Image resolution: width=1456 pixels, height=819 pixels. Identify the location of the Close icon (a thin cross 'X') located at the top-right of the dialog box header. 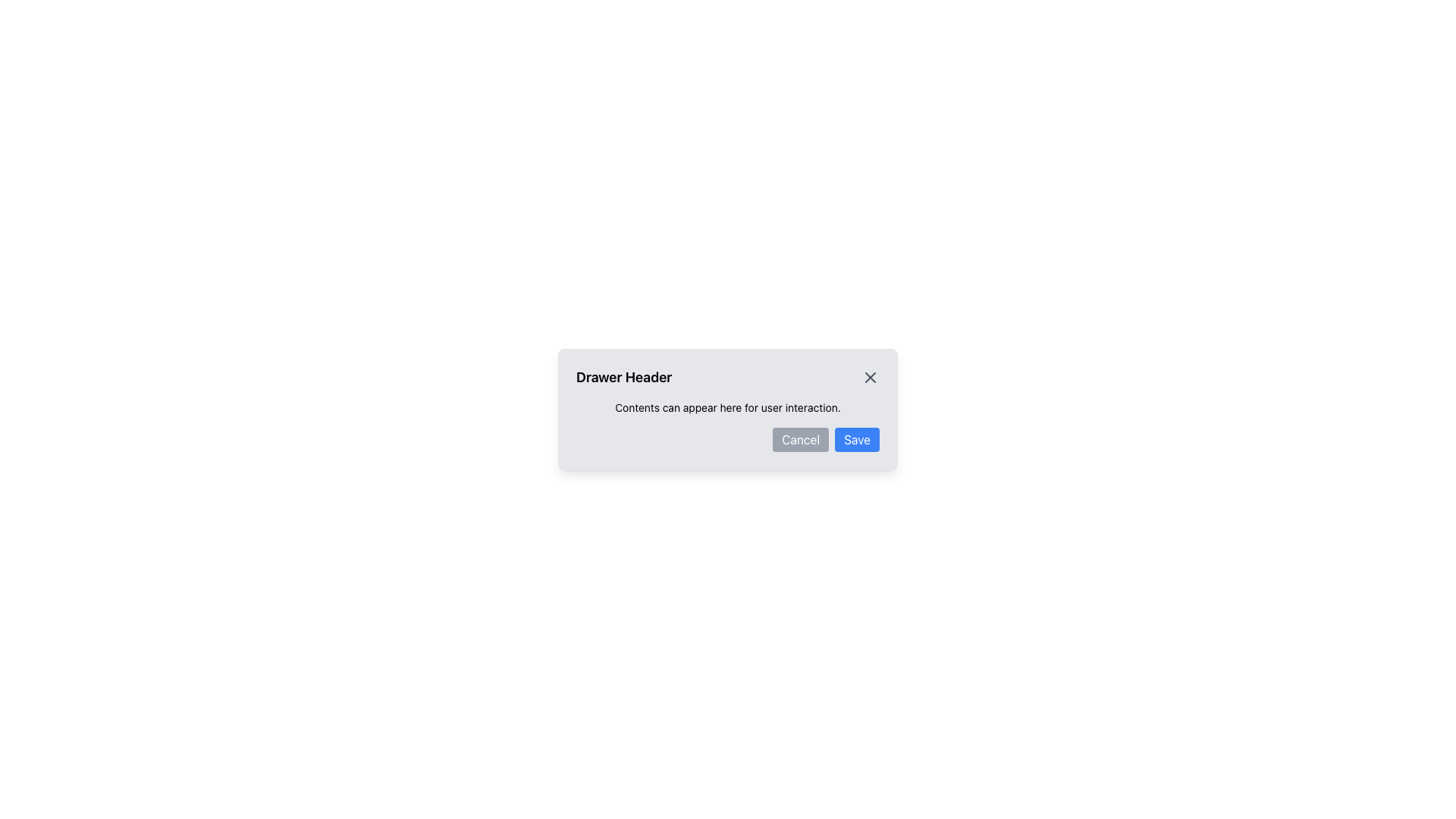
(870, 376).